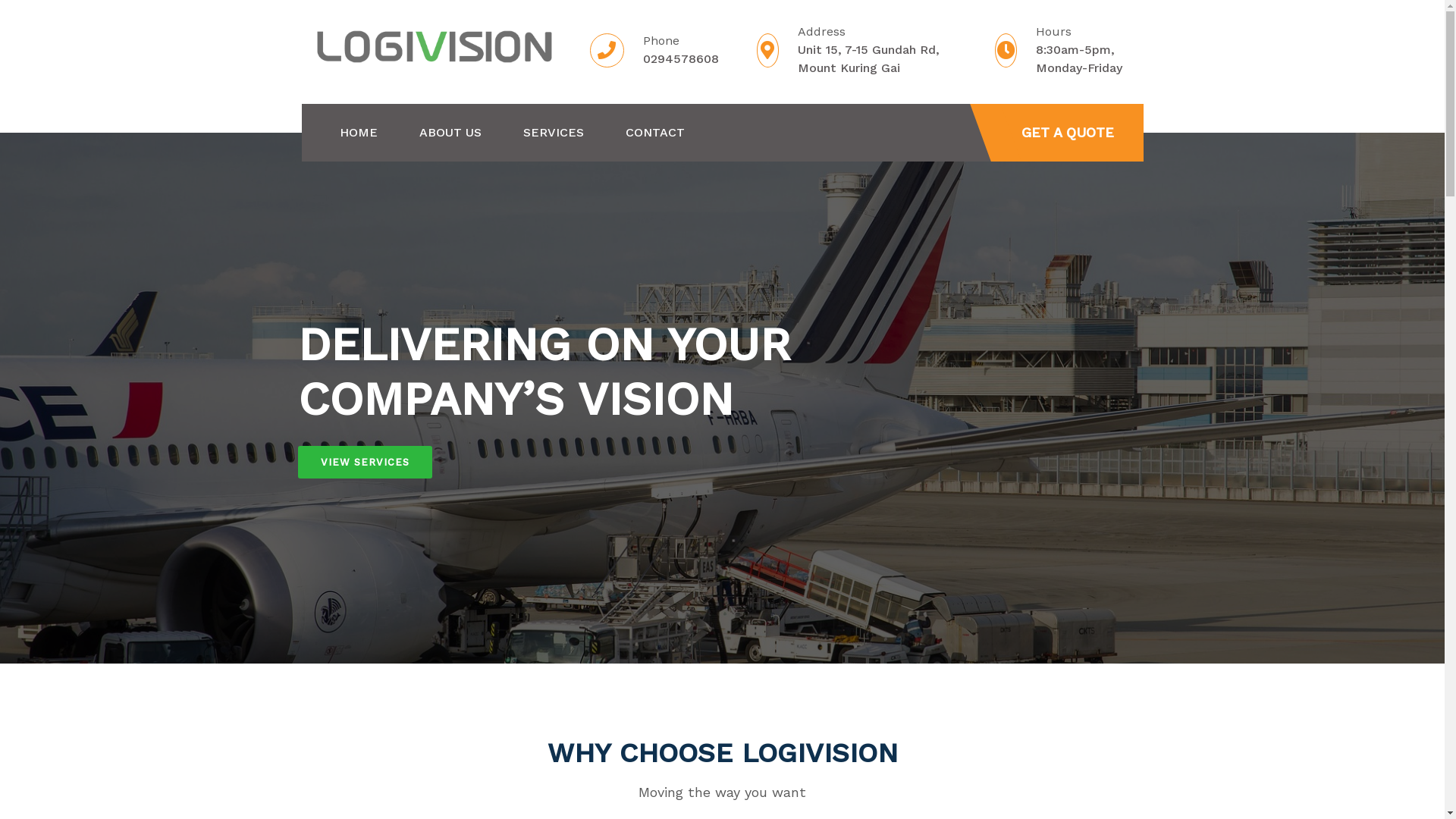 The width and height of the screenshot is (1456, 819). Describe the element at coordinates (449, 131) in the screenshot. I see `'ABOUT US'` at that location.